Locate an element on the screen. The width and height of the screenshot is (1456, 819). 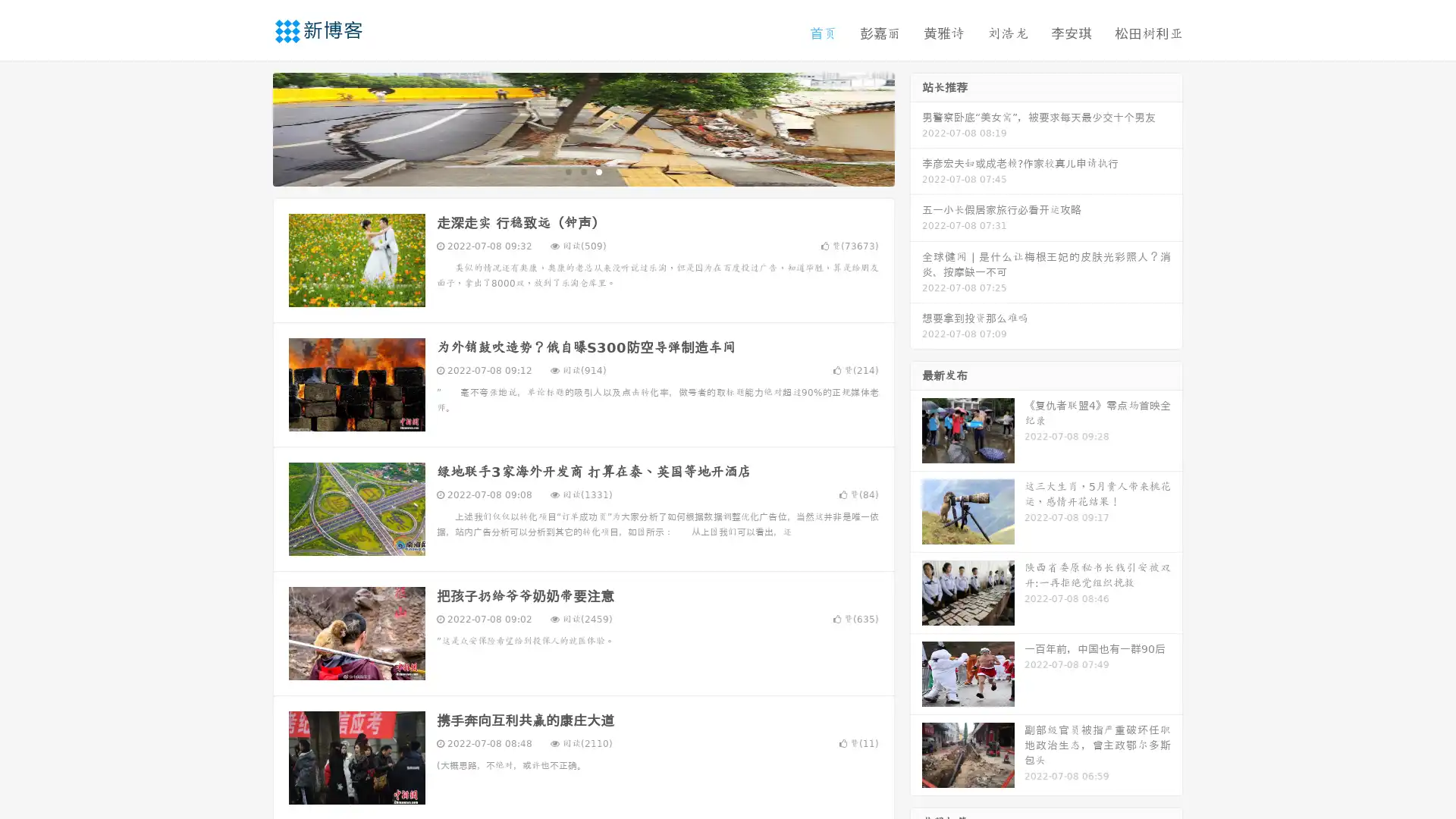
Go to slide 1 is located at coordinates (567, 171).